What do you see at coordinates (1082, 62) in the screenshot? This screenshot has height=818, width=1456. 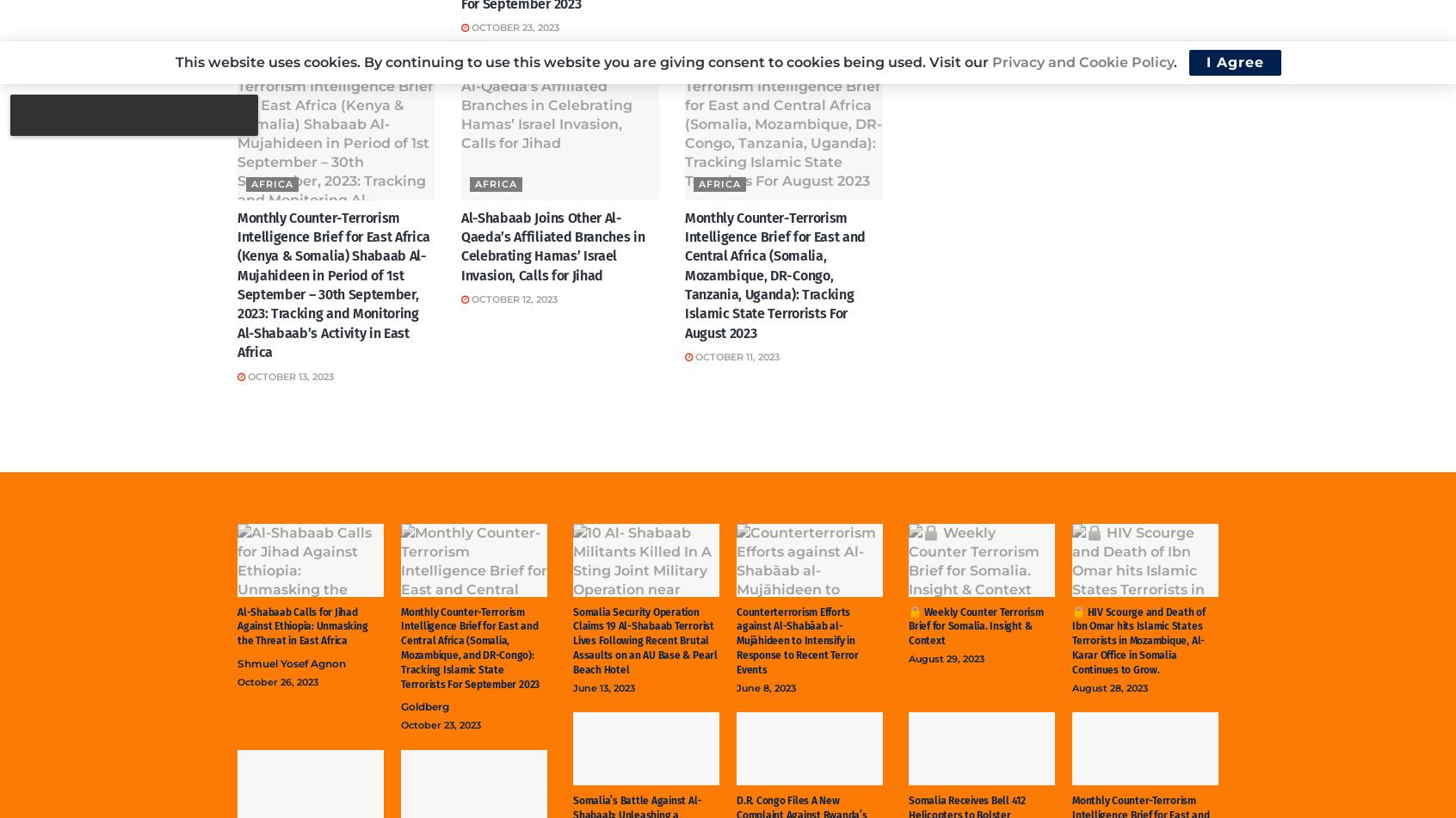 I see `'Privacy and Cookie Policy'` at bounding box center [1082, 62].